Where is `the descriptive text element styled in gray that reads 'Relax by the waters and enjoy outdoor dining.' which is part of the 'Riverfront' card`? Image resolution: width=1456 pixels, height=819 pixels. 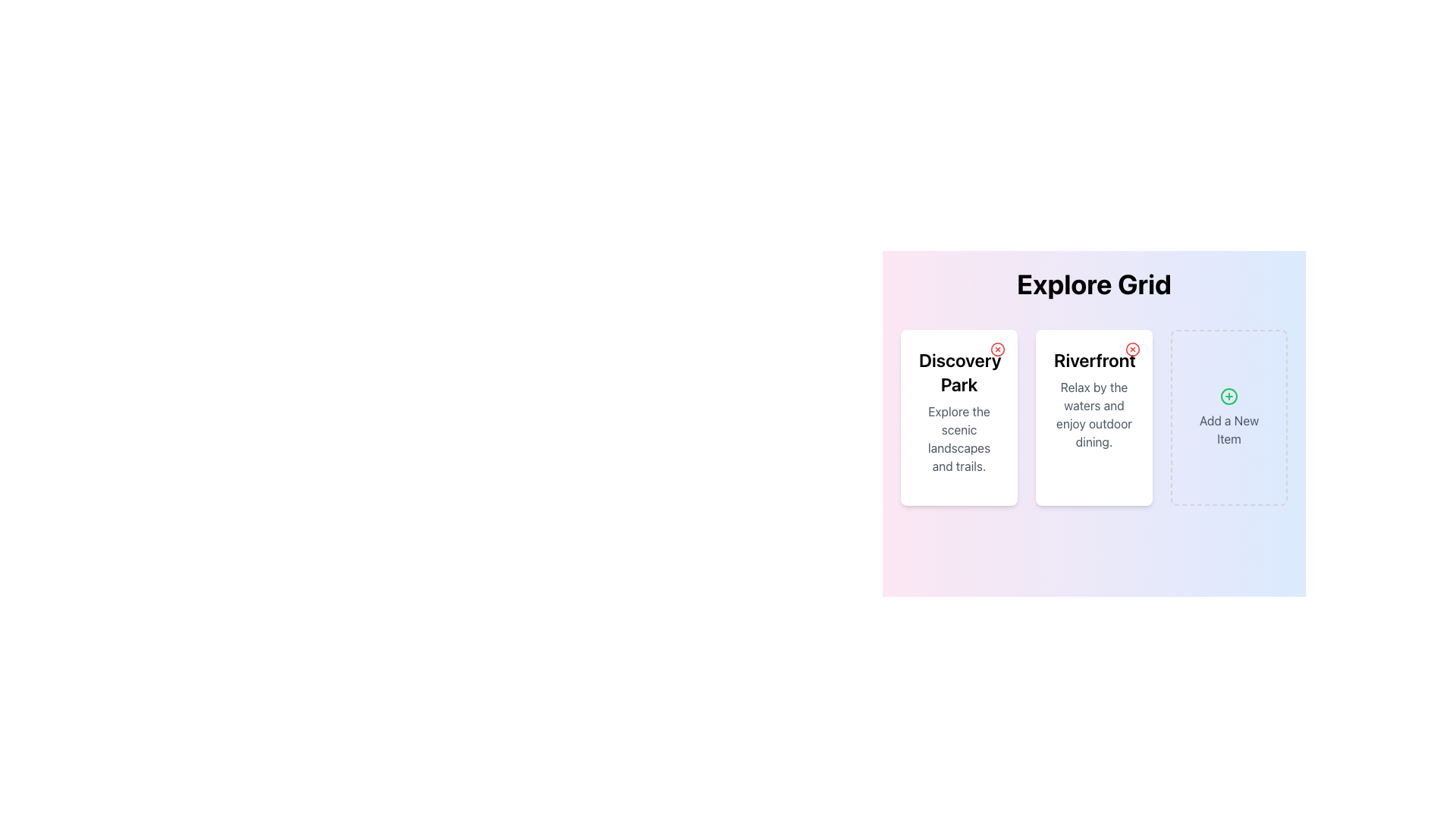 the descriptive text element styled in gray that reads 'Relax by the waters and enjoy outdoor dining.' which is part of the 'Riverfront' card is located at coordinates (1094, 415).